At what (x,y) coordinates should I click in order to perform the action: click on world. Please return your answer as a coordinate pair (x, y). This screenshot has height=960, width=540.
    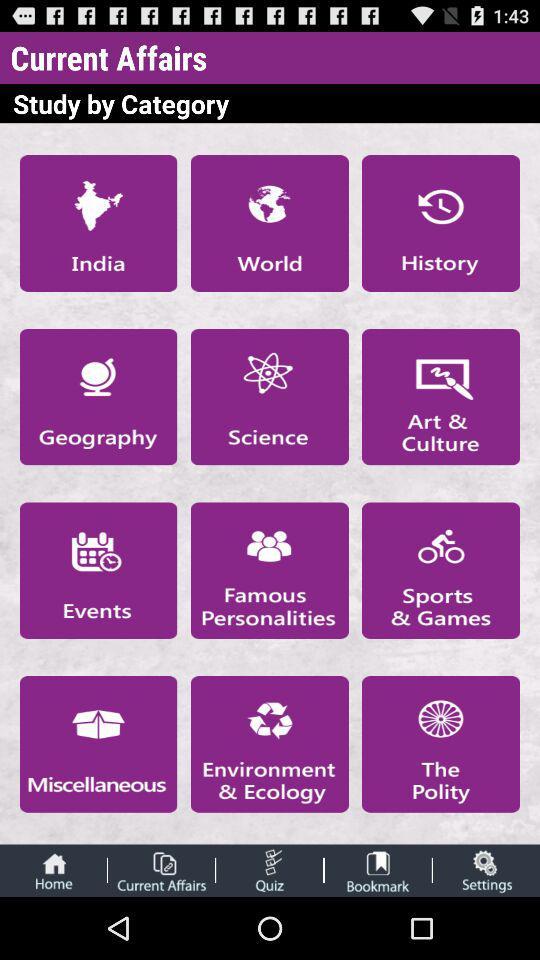
    Looking at the image, I should click on (269, 223).